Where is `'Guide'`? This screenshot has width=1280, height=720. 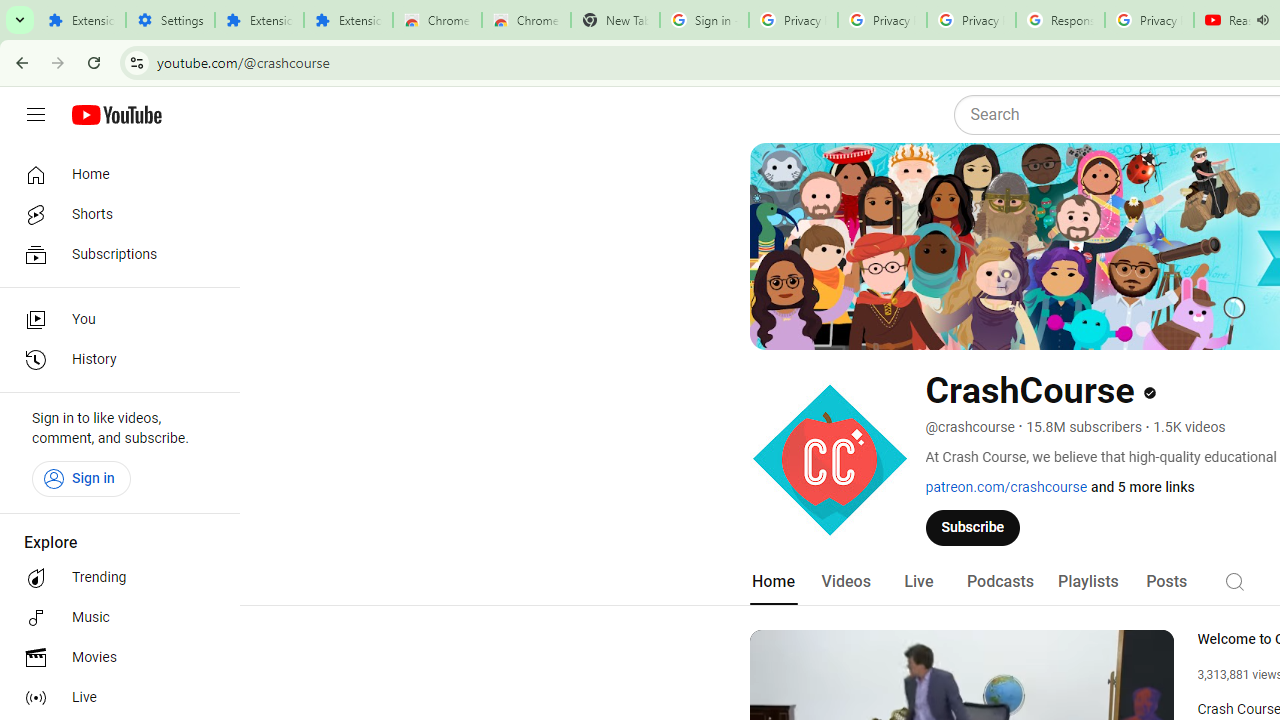 'Guide' is located at coordinates (35, 115).